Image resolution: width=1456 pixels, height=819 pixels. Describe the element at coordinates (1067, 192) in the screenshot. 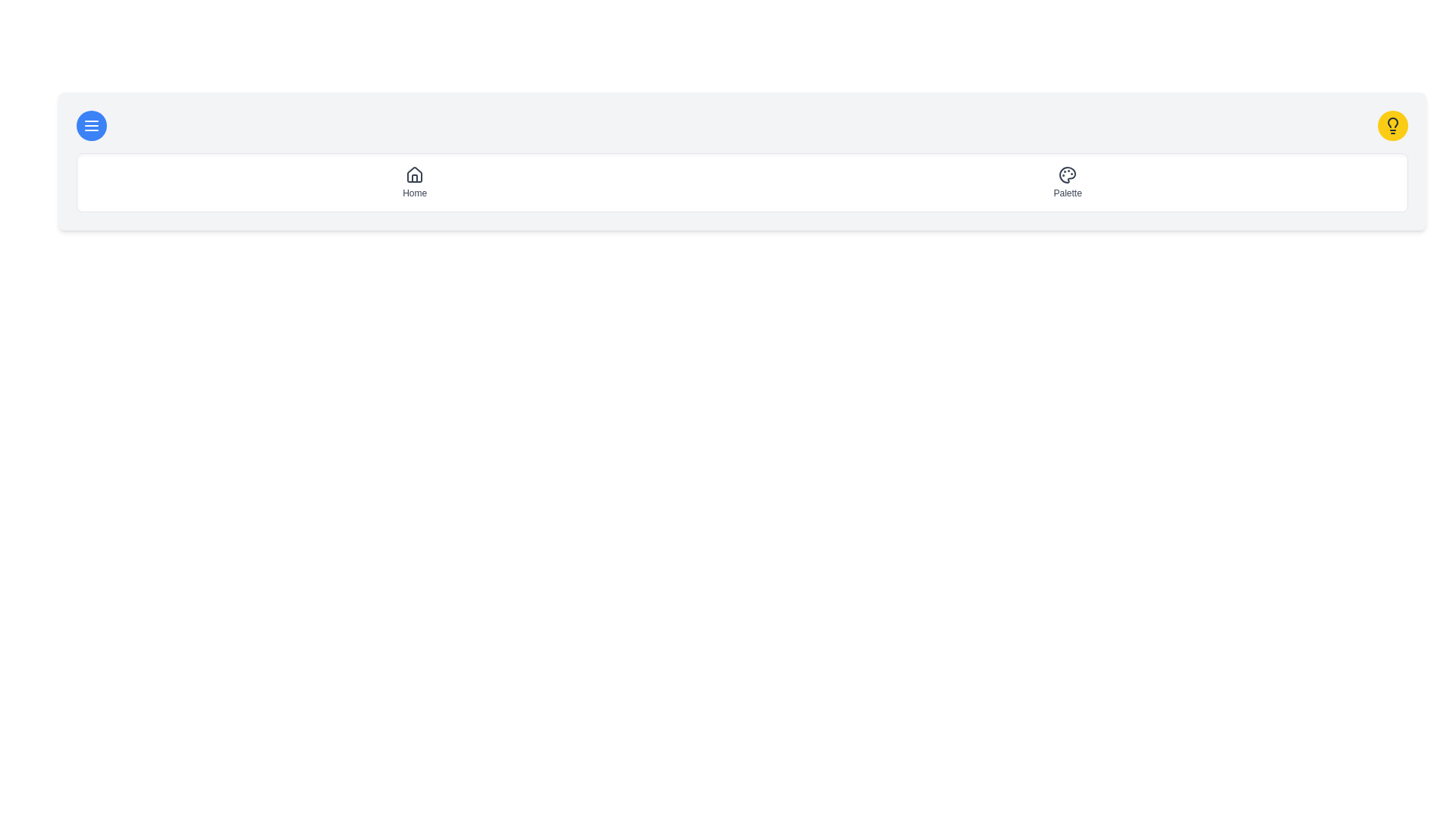

I see `the static text label that provides a description for the palette icon located directly below it, centered horizontally and positioned towards the right side of the interface` at that location.